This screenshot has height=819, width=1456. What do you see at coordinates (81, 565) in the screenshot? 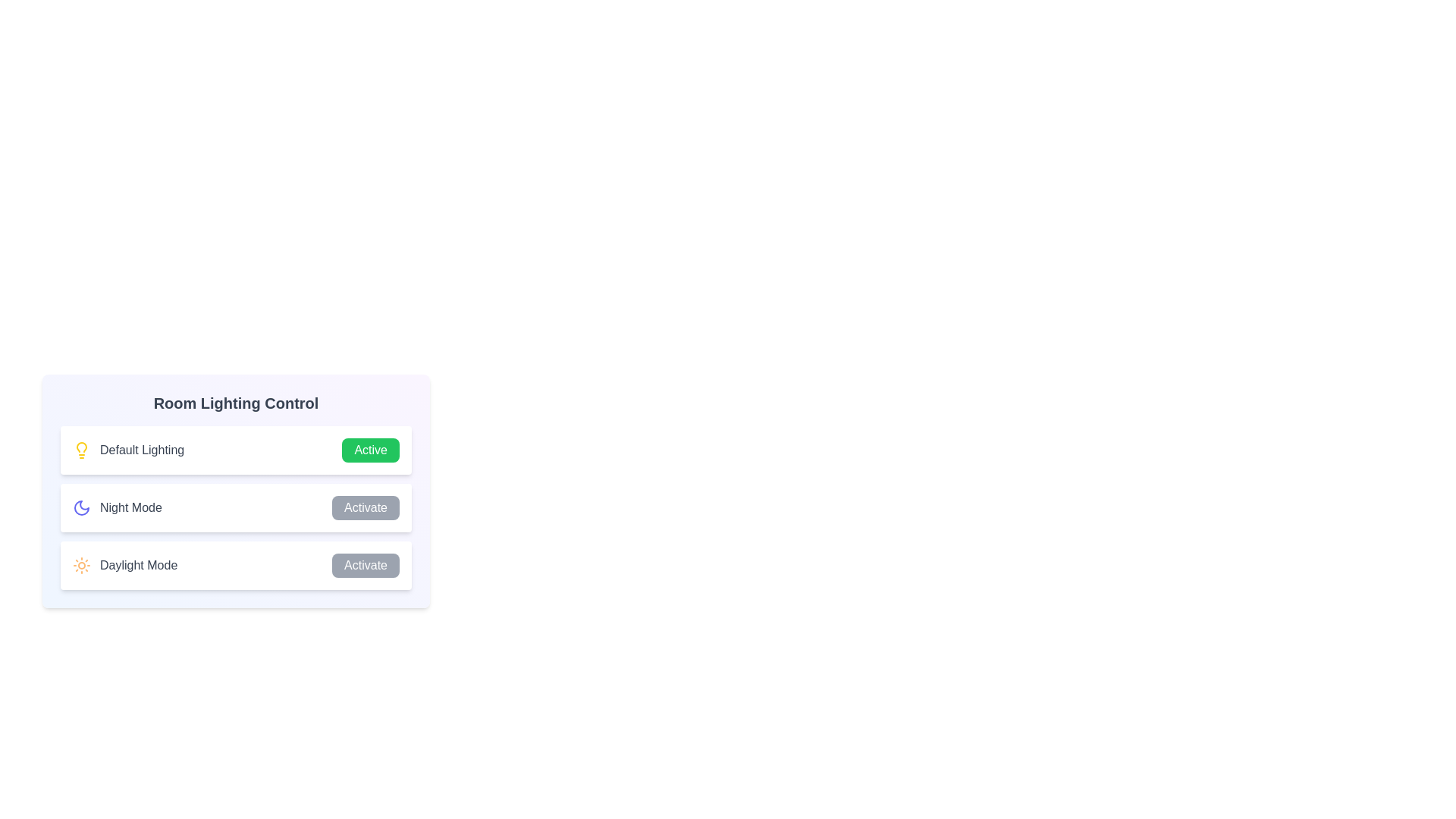
I see `the icon representing the lighting mode Daylight Mode` at bounding box center [81, 565].